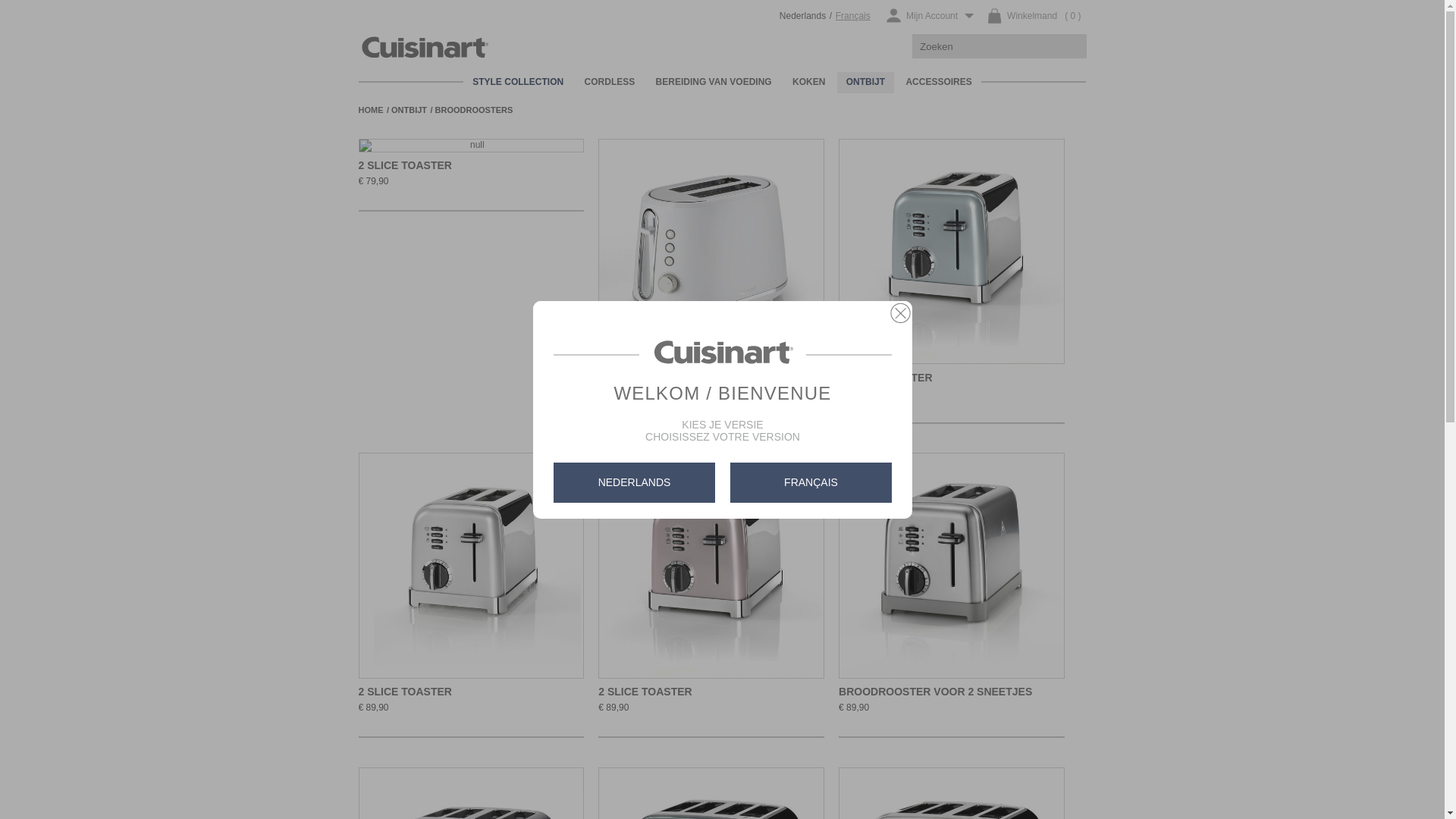 This screenshot has height=819, width=1456. What do you see at coordinates (634, 482) in the screenshot?
I see `'NEDERLANDS'` at bounding box center [634, 482].